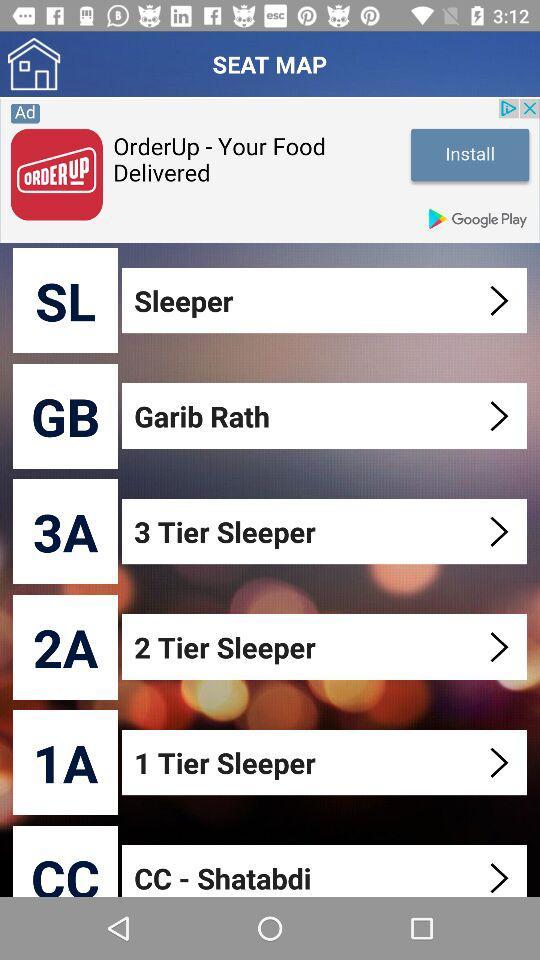 The width and height of the screenshot is (540, 960). I want to click on the item below the sleeper, so click(326, 415).